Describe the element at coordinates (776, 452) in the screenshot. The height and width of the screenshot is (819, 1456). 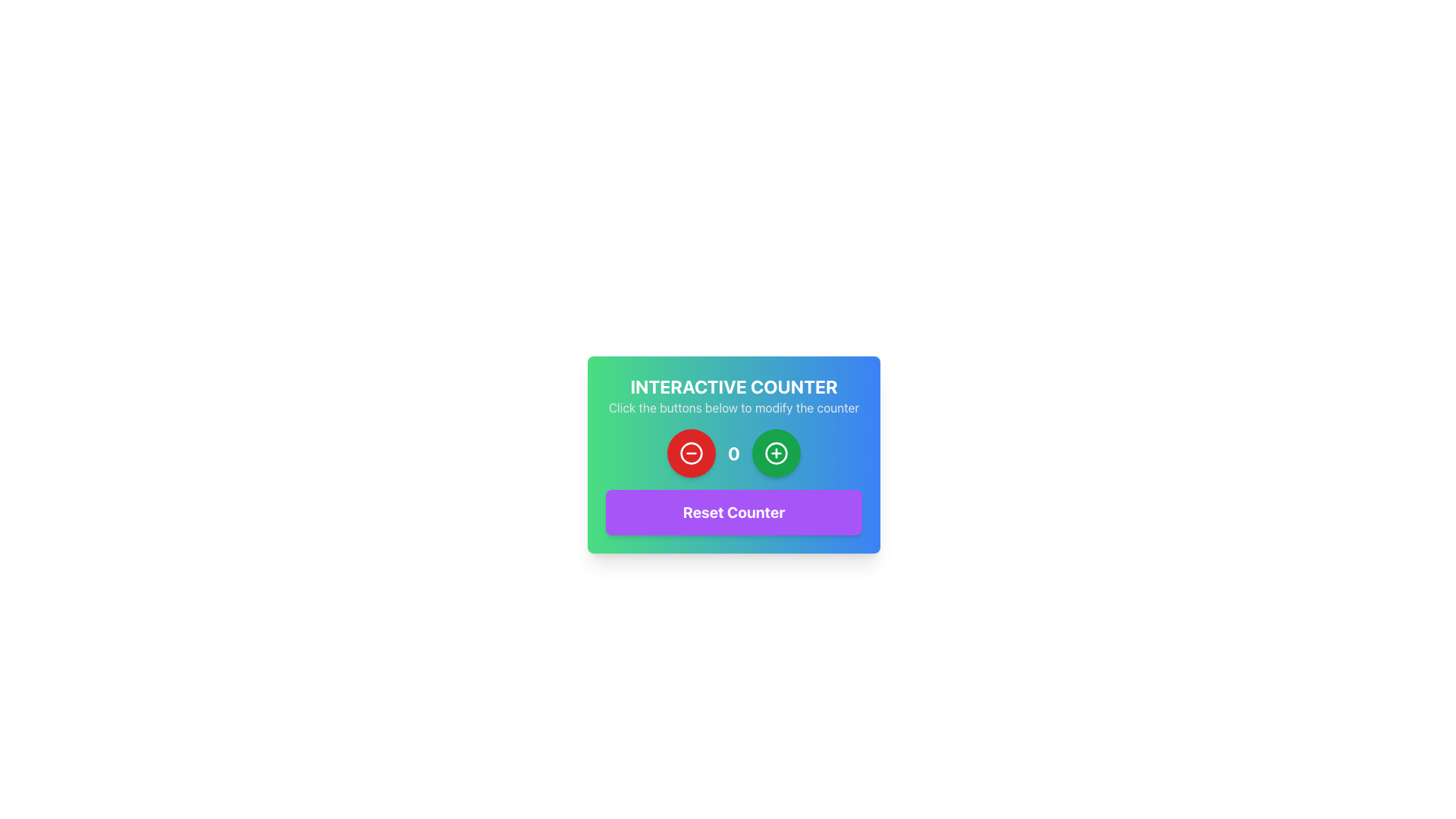
I see `the button located to the right of the red circular button to increase the displayed numeric counter` at that location.